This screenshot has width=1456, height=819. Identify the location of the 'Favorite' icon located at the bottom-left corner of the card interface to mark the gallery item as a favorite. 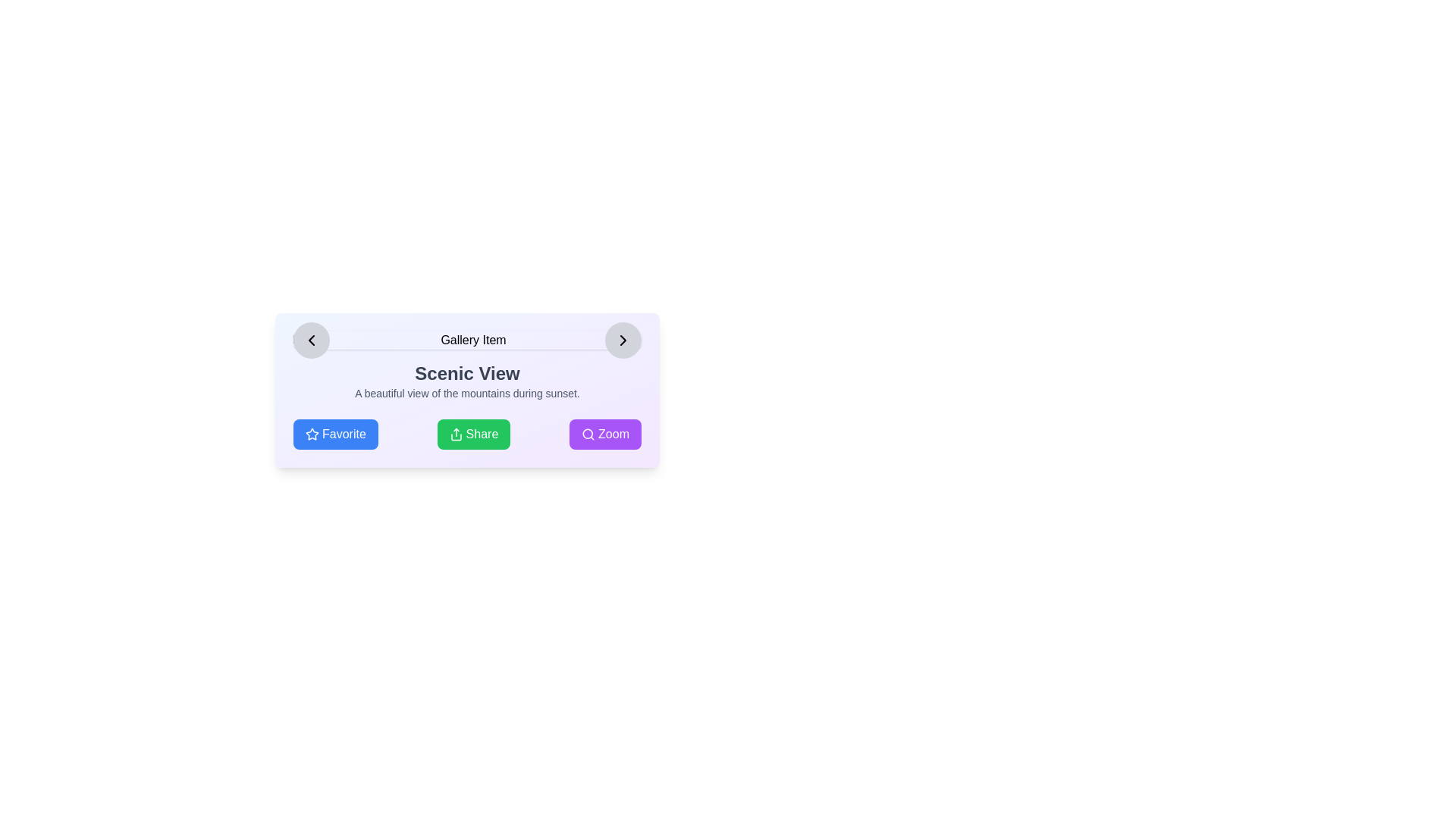
(311, 433).